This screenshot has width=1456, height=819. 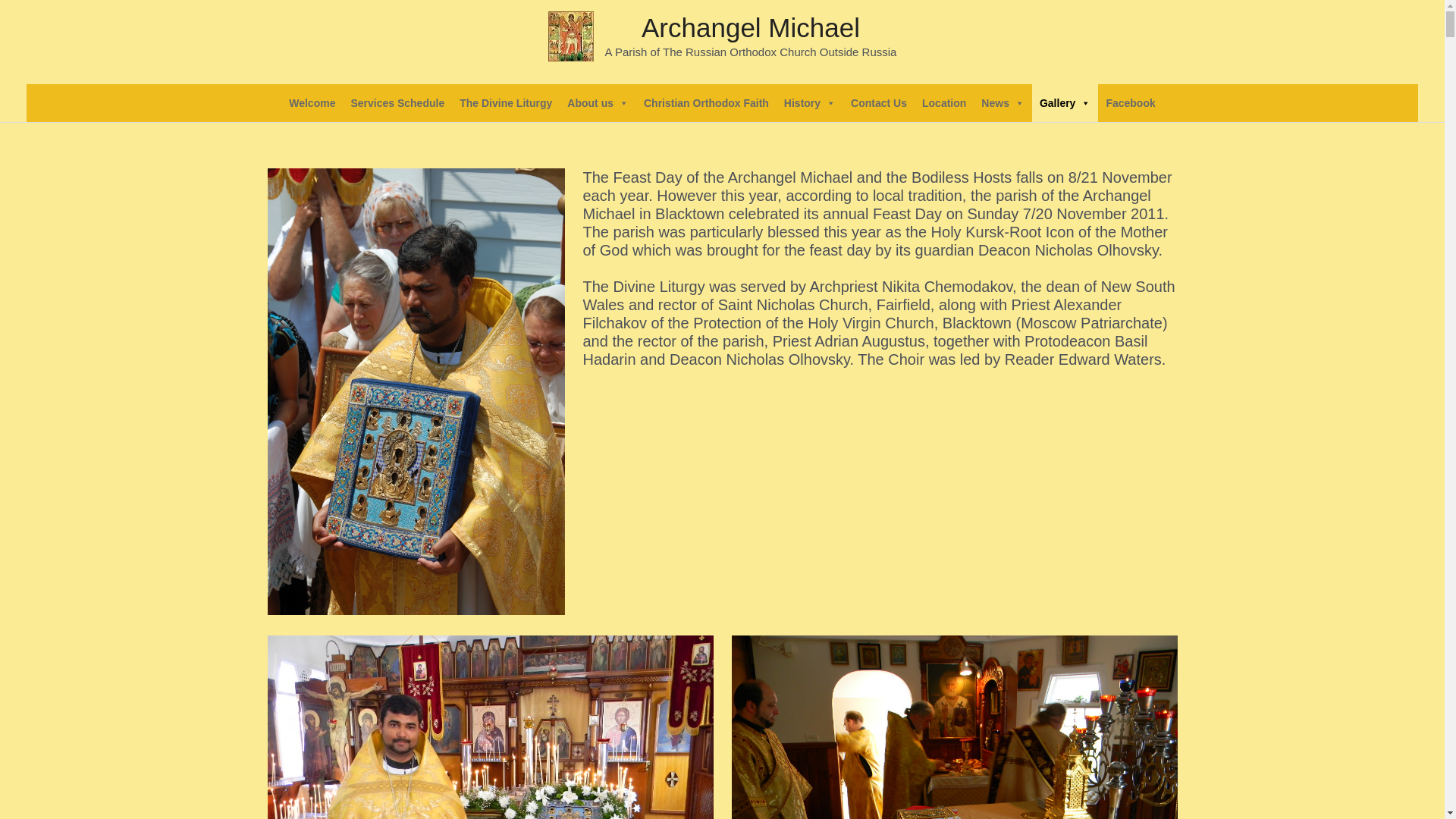 What do you see at coordinates (397, 102) in the screenshot?
I see `'Services Schedule'` at bounding box center [397, 102].